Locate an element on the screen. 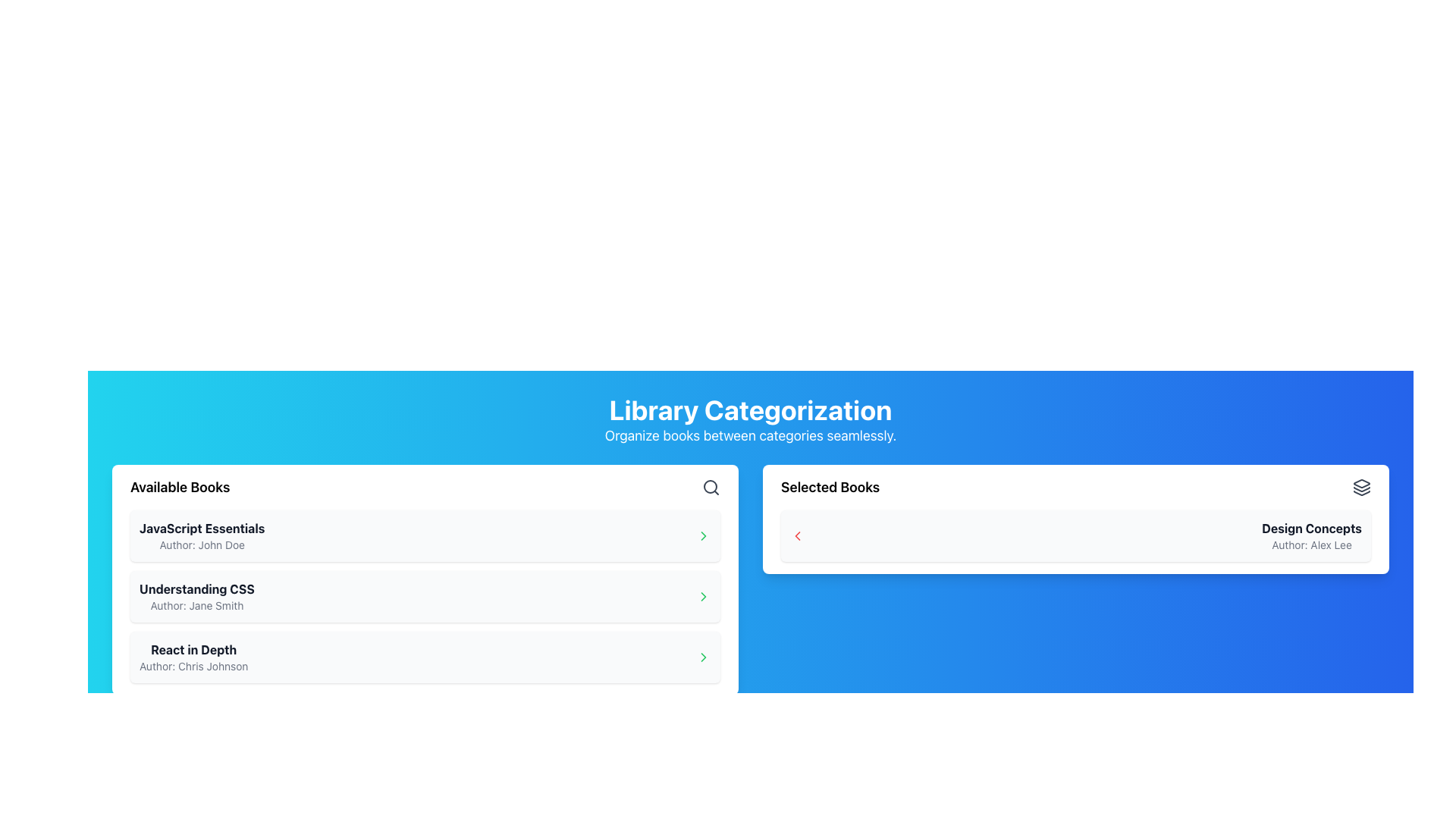 Image resolution: width=1456 pixels, height=819 pixels. the small right-facing chevron icon button located at the bottom-right corner of the 'React in Depth' card in the 'Available Books' section is located at coordinates (702, 657).